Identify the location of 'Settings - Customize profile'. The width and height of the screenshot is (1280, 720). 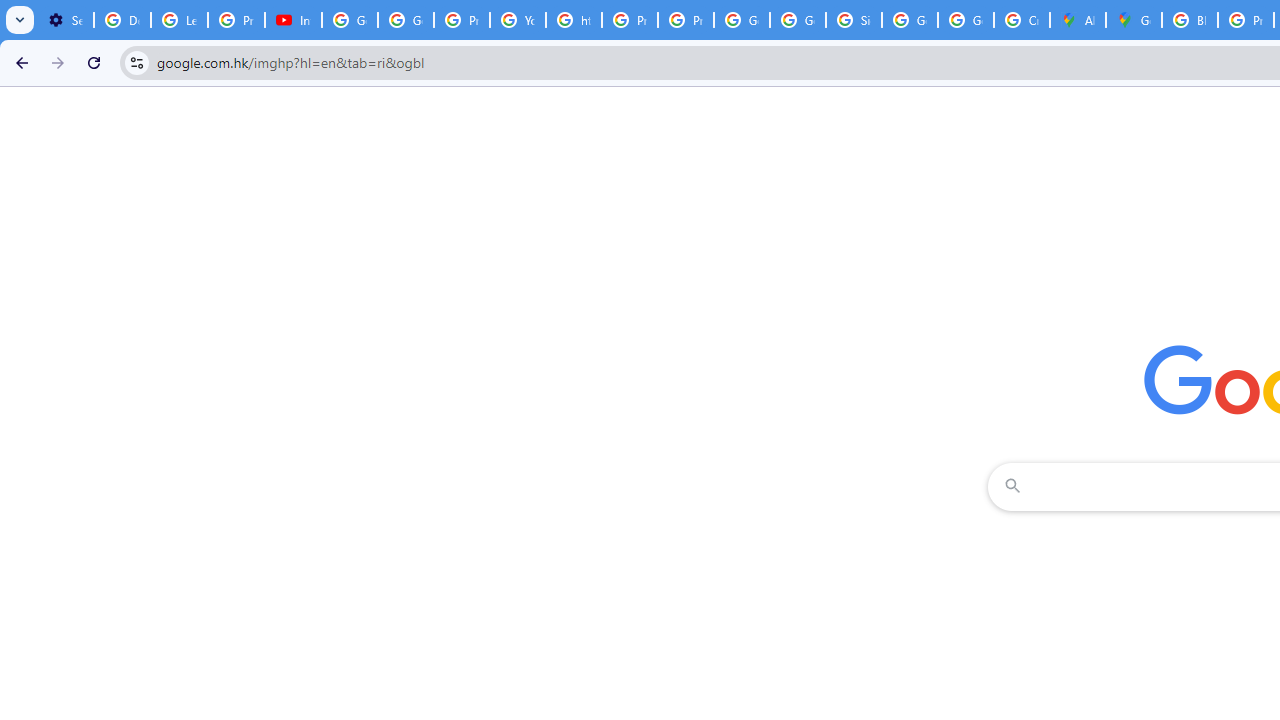
(65, 20).